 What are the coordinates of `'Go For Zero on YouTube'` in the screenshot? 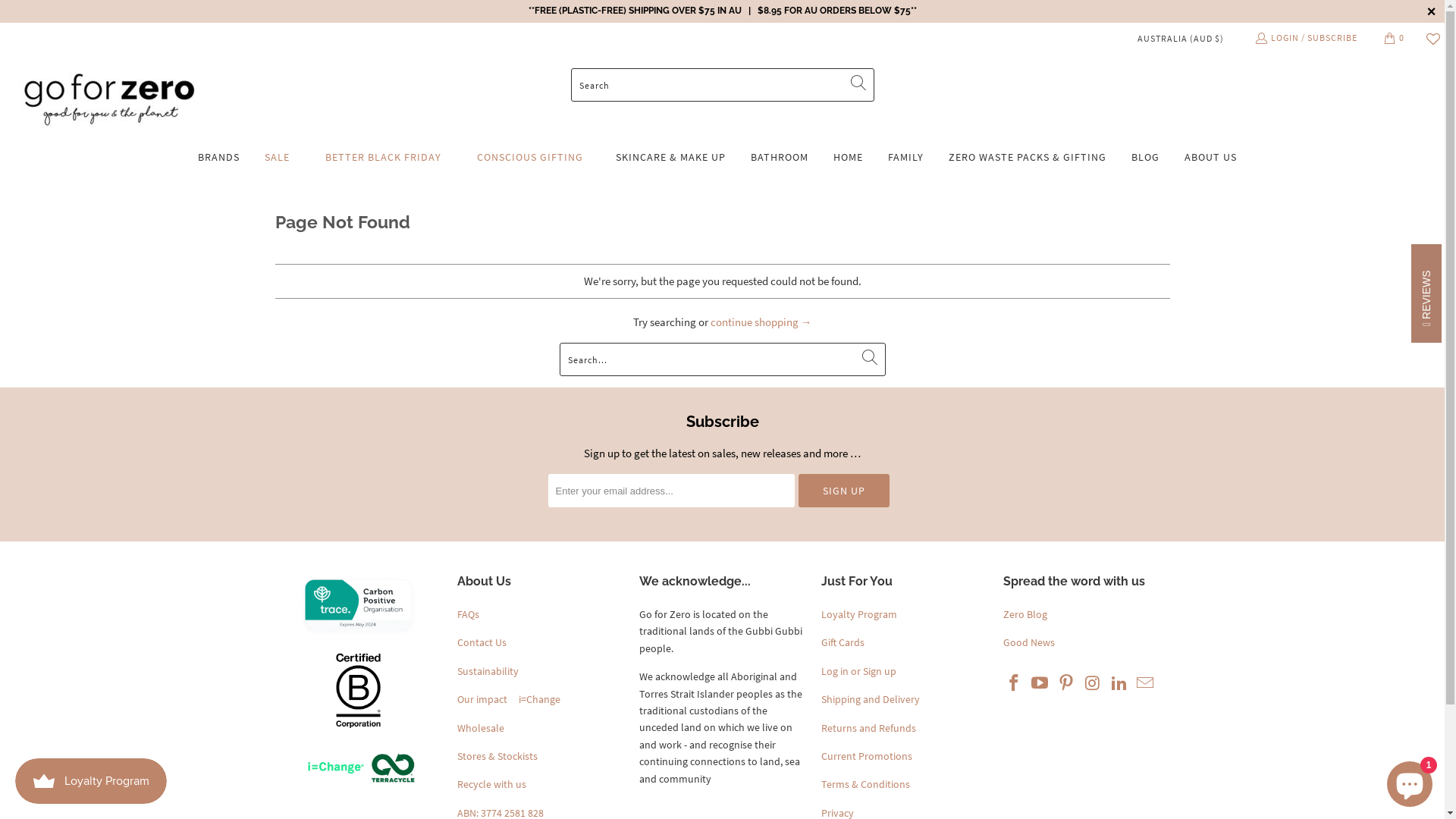 It's located at (1040, 683).